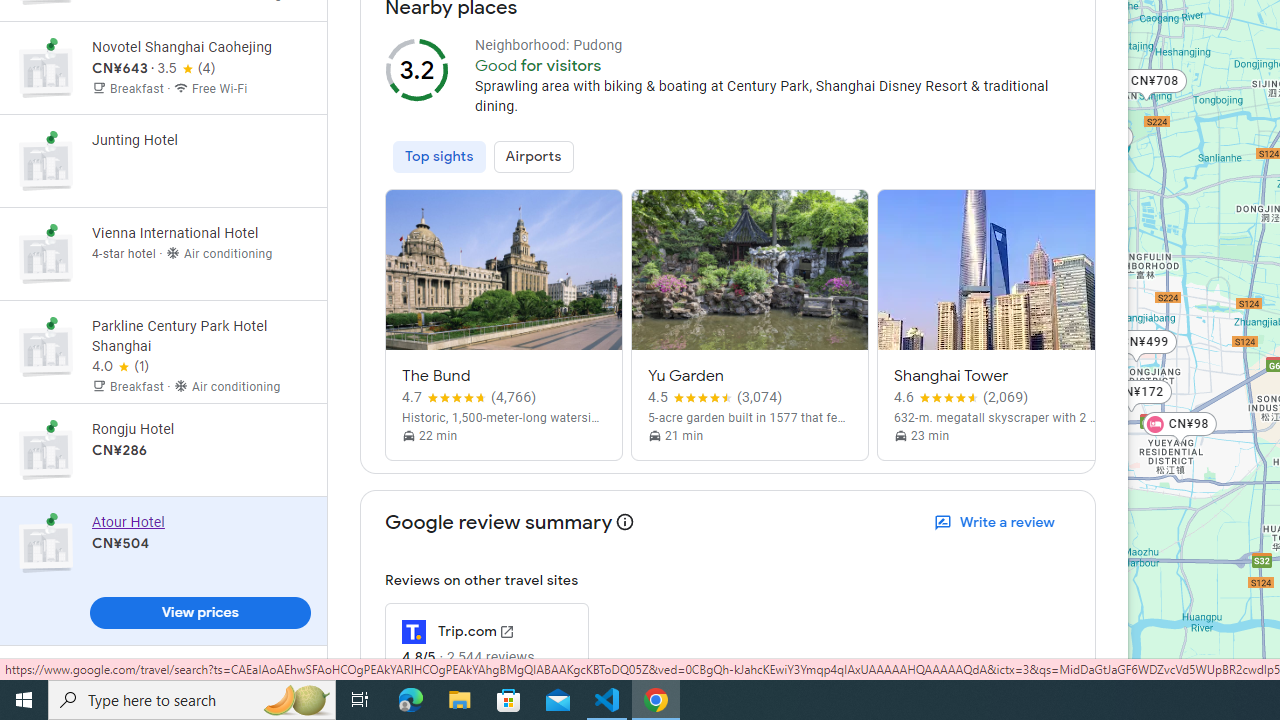 The height and width of the screenshot is (720, 1280). What do you see at coordinates (200, 616) in the screenshot?
I see `'View prices for Atour Hotel'` at bounding box center [200, 616].